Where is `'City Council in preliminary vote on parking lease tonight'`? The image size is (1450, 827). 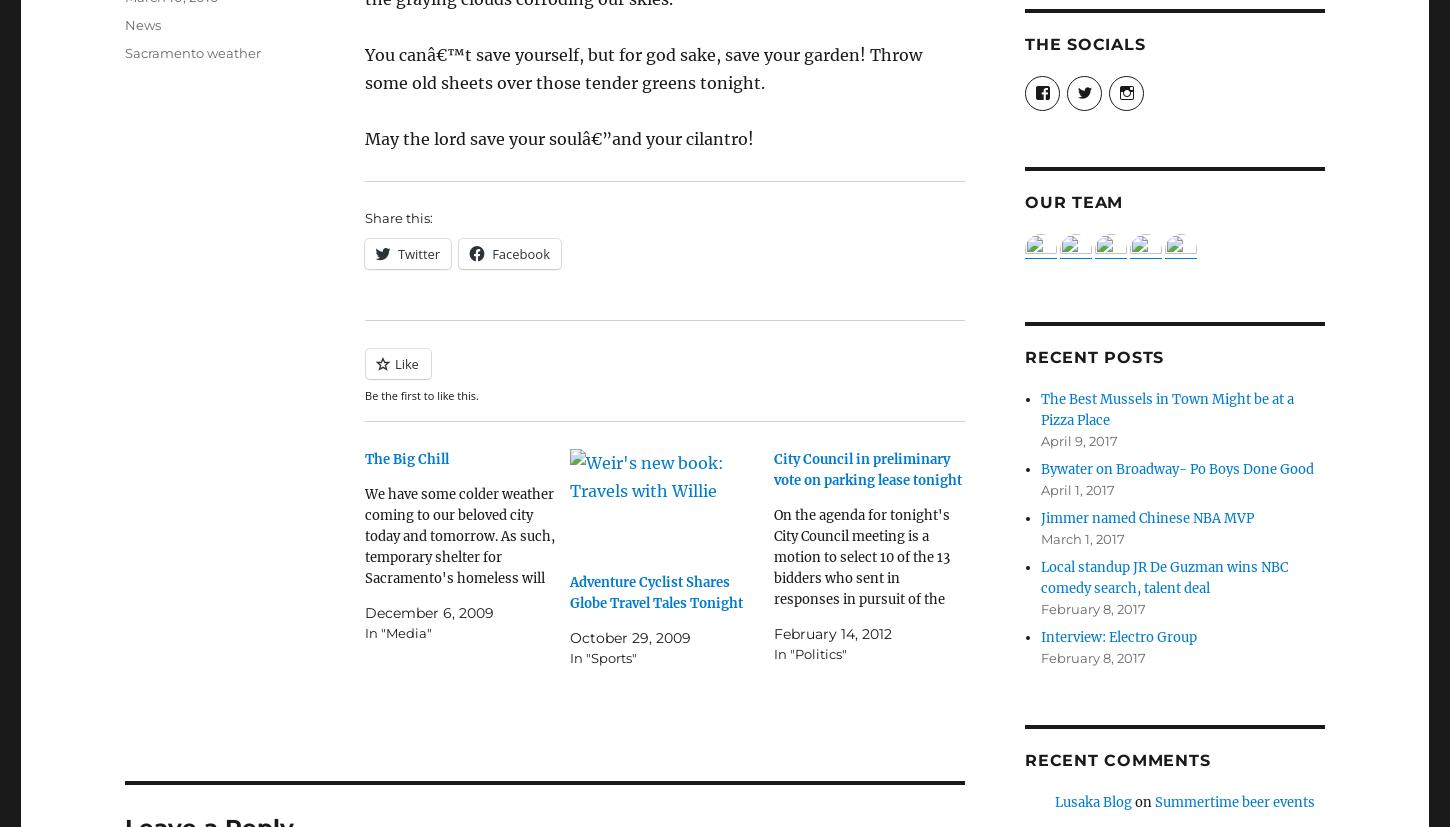
'City Council in preliminary vote on parking lease tonight' is located at coordinates (774, 469).